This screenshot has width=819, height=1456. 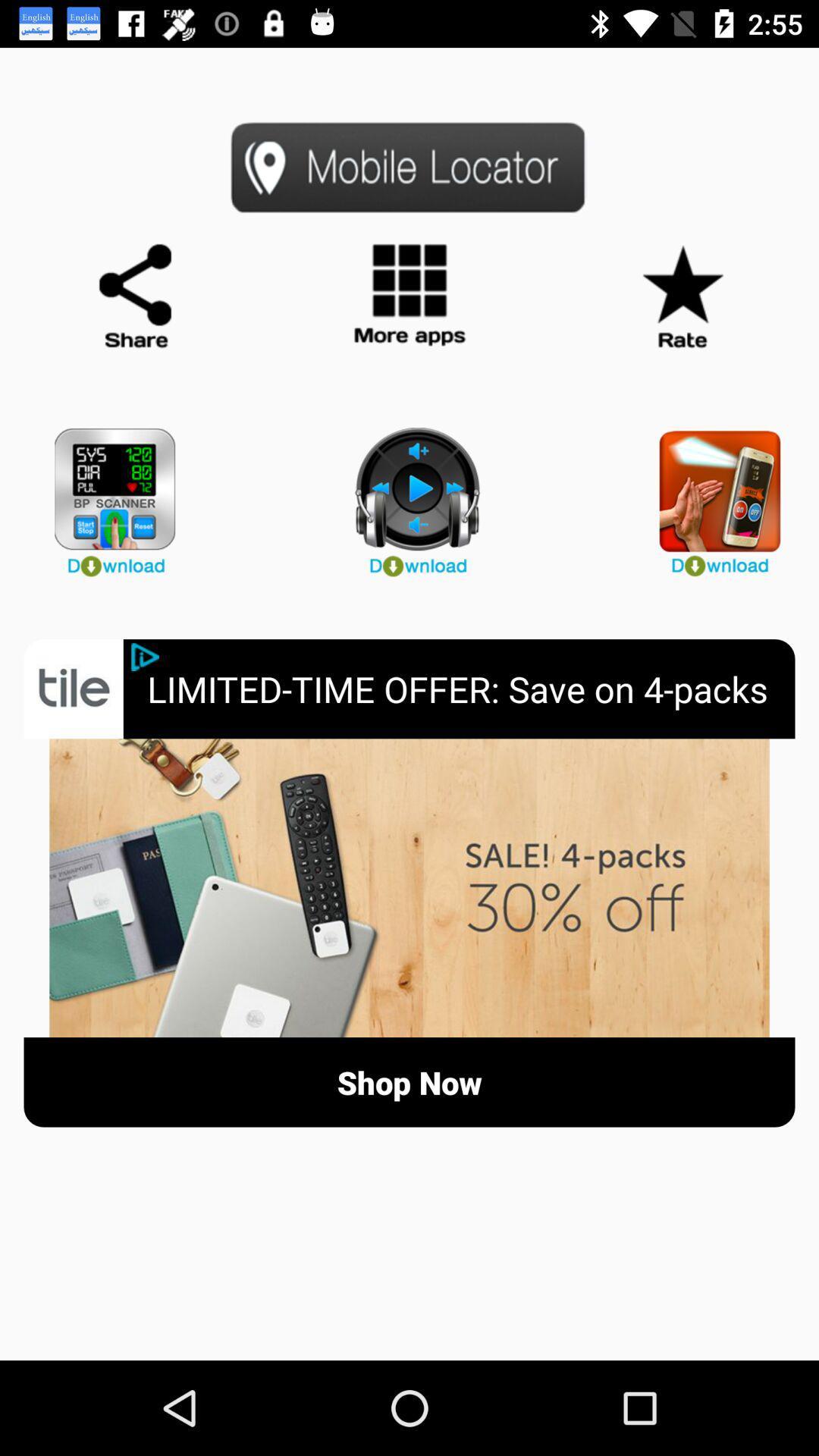 What do you see at coordinates (409, 495) in the screenshot?
I see `download` at bounding box center [409, 495].